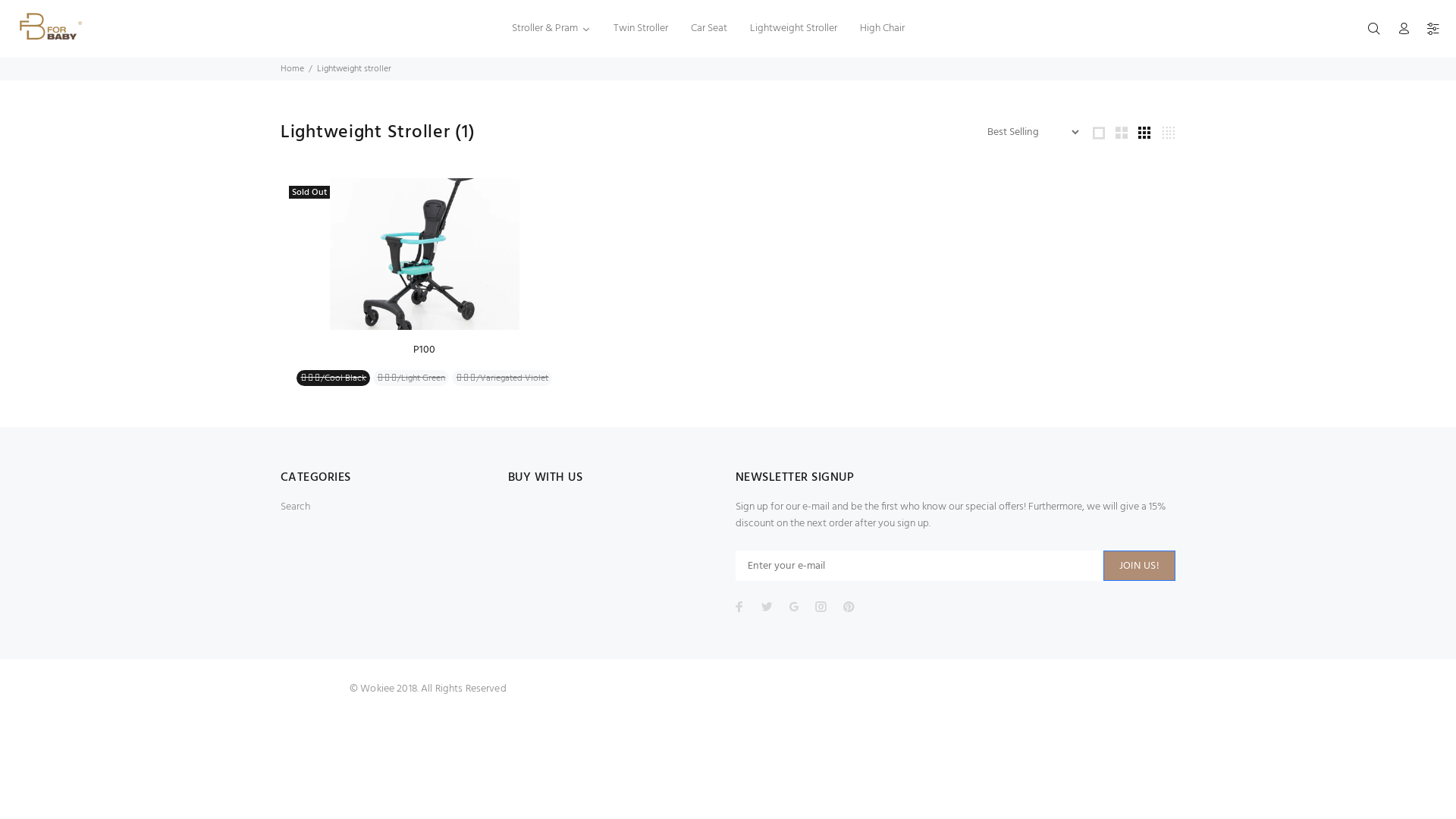 This screenshot has height=819, width=1456. I want to click on 'Search', so click(295, 507).